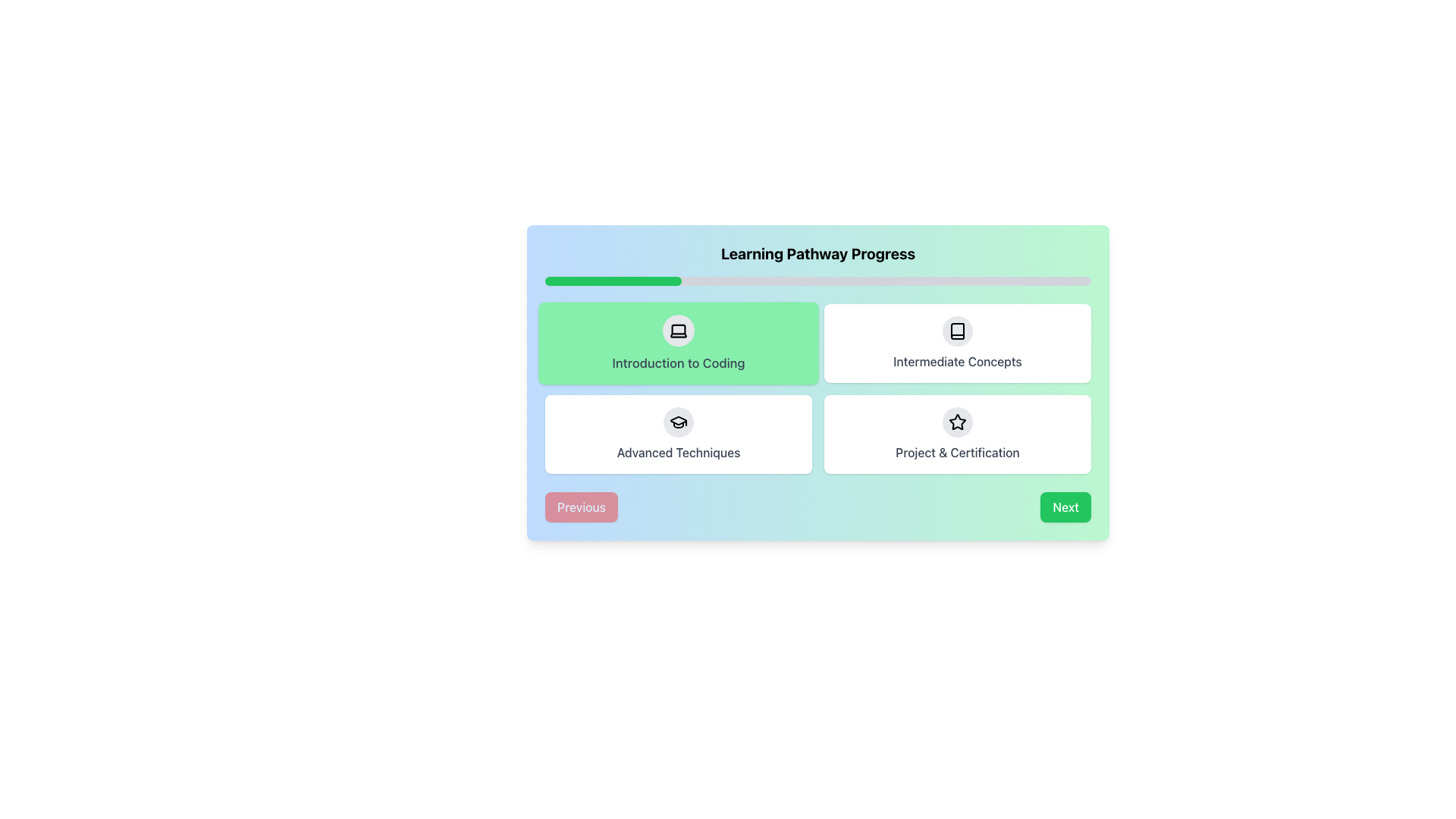 The image size is (1456, 819). I want to click on the star-shaped icon located within the 'Project & Certification' tile in the upper-right quadrant of the user interface, so click(956, 421).